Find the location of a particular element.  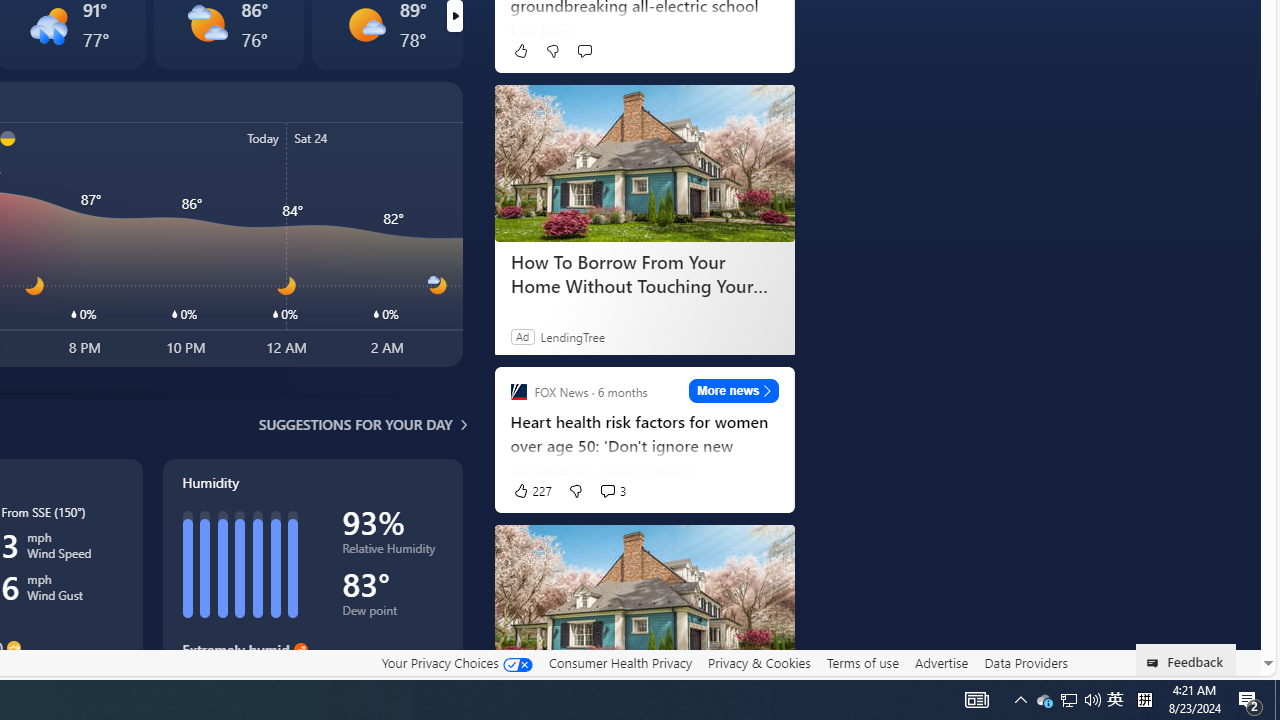

'Data Providers' is located at coordinates (1025, 663).